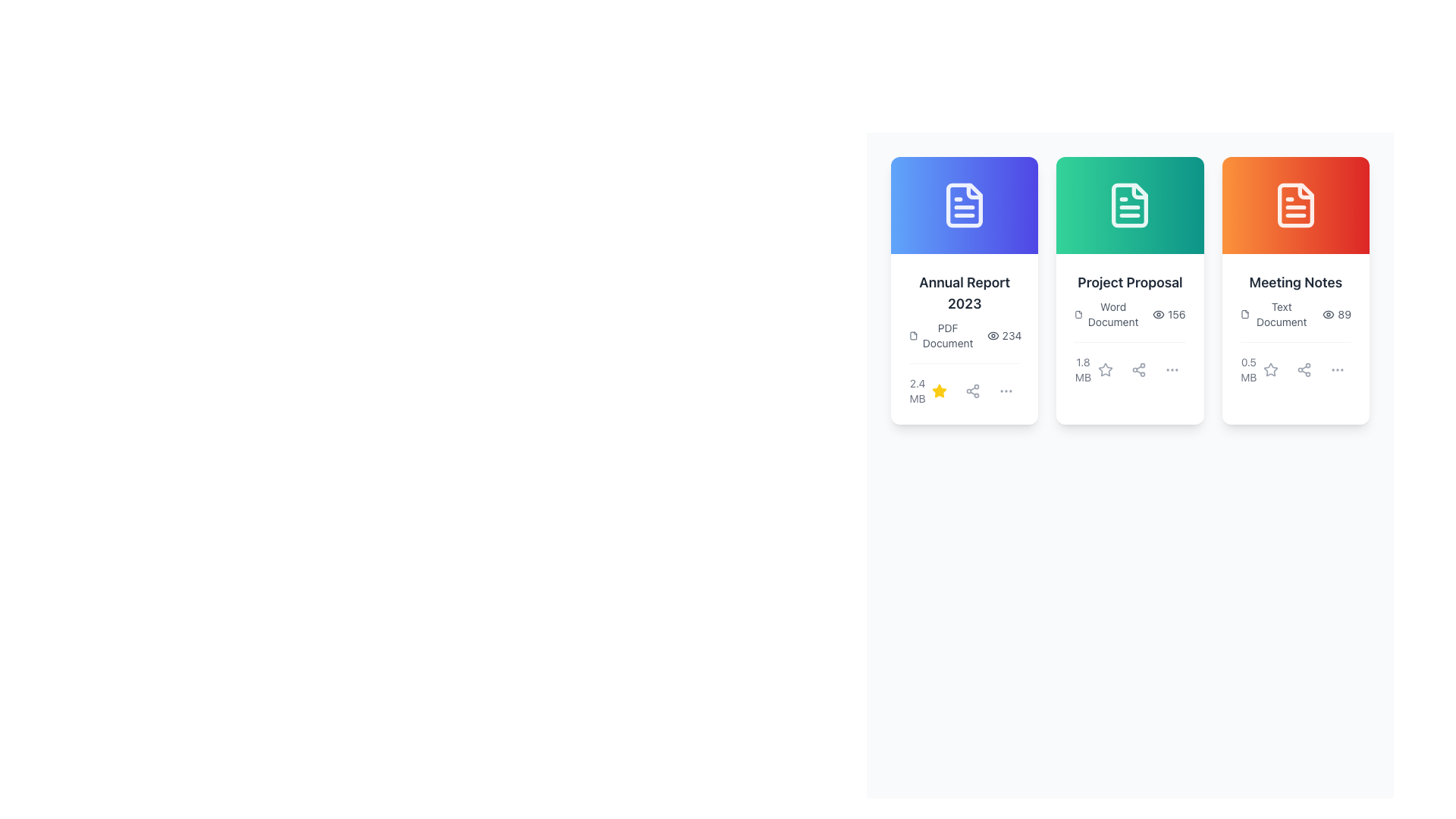  Describe the element at coordinates (1294, 314) in the screenshot. I see `the informational display that shows the document type 'Text Document' and visibility count '89 views' located in the 'Meeting Notes' card, positioned below the title and above the file size text` at that location.